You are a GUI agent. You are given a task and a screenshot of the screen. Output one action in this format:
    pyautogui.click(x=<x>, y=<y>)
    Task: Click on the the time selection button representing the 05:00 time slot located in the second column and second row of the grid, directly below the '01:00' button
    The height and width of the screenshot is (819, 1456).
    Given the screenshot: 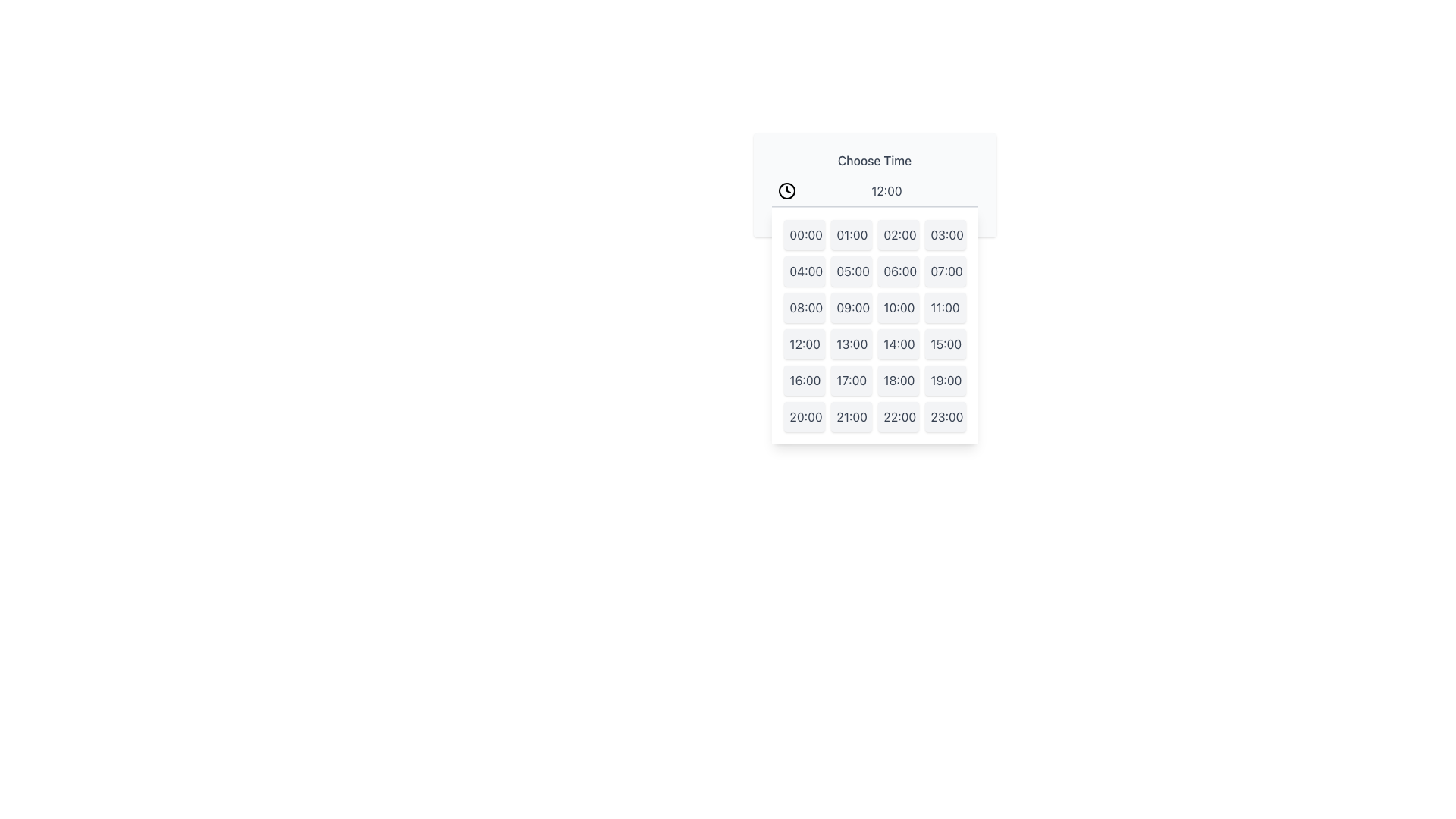 What is the action you would take?
    pyautogui.click(x=851, y=271)
    